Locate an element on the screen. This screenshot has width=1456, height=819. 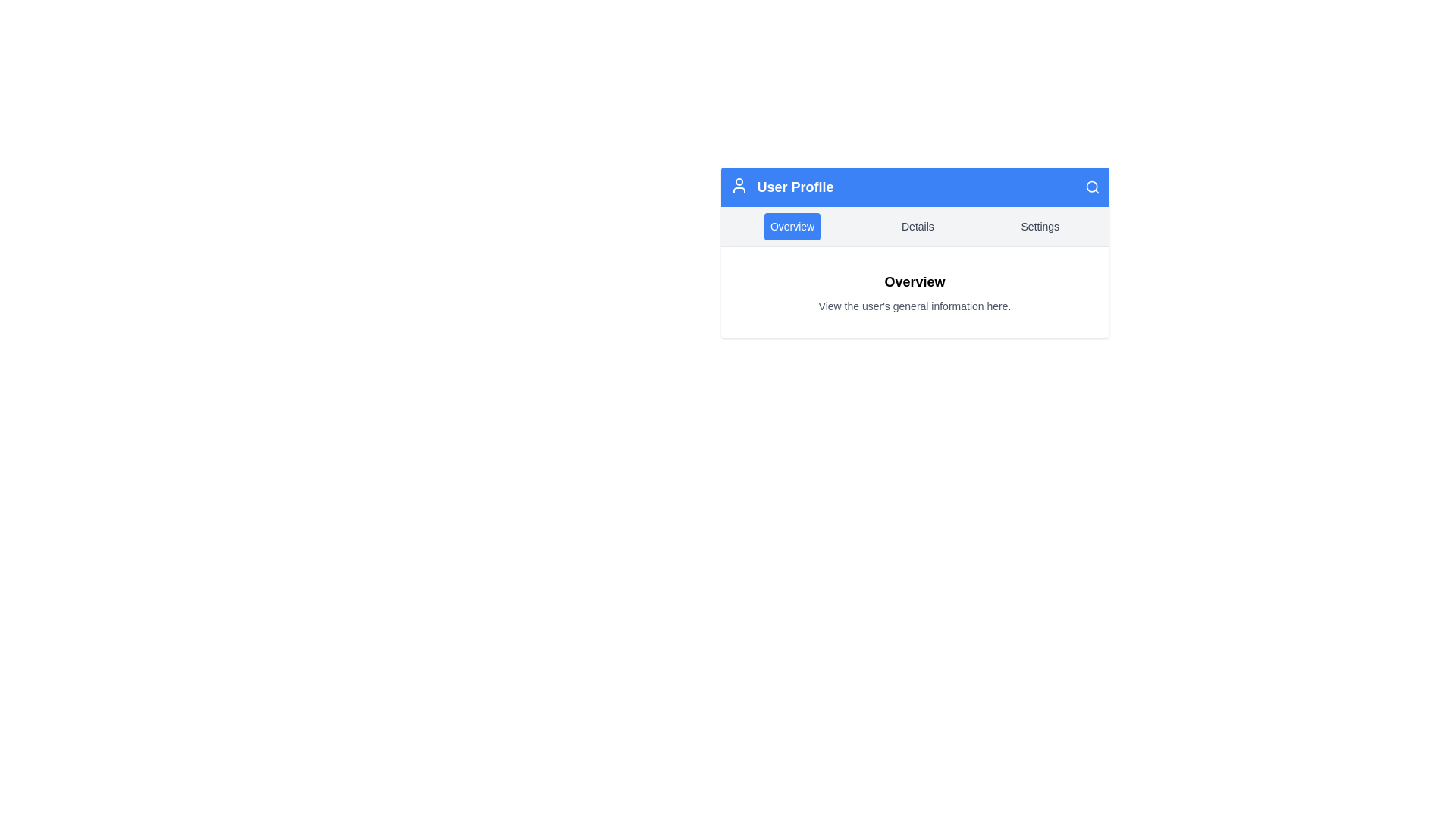
text block containing the heading 'Overview' and the description 'View the user's general information here.' which is located centrally below the 'User Profile' navigation bar is located at coordinates (914, 292).